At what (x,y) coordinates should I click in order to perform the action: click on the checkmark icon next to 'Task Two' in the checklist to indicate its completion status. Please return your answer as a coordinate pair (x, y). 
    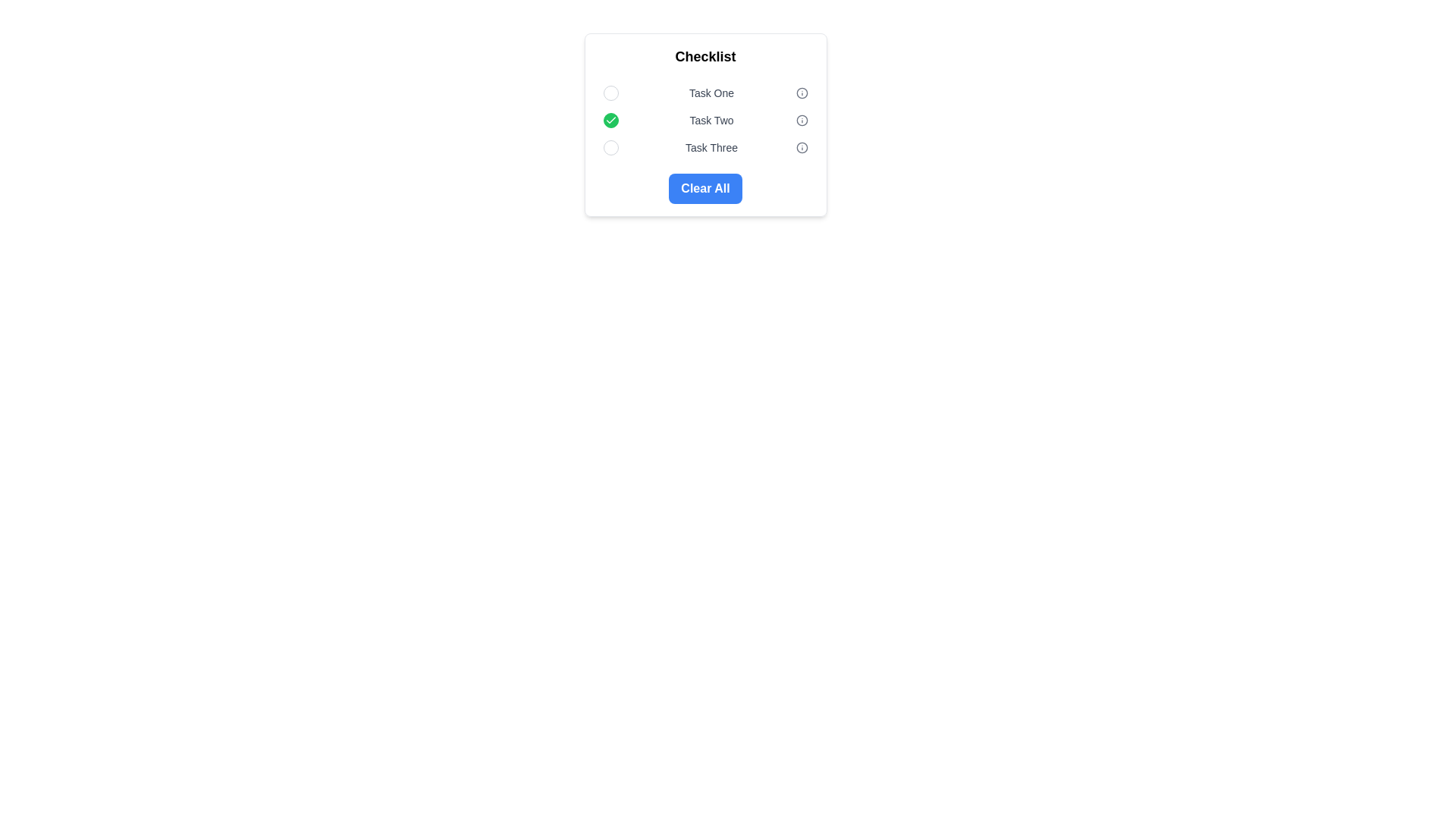
    Looking at the image, I should click on (610, 119).